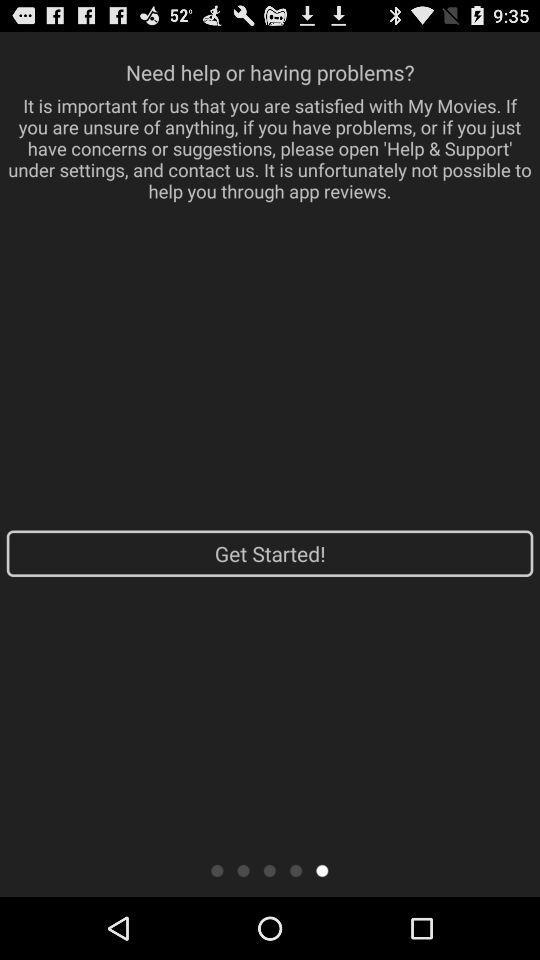 This screenshot has width=540, height=960. I want to click on get started!, so click(270, 553).